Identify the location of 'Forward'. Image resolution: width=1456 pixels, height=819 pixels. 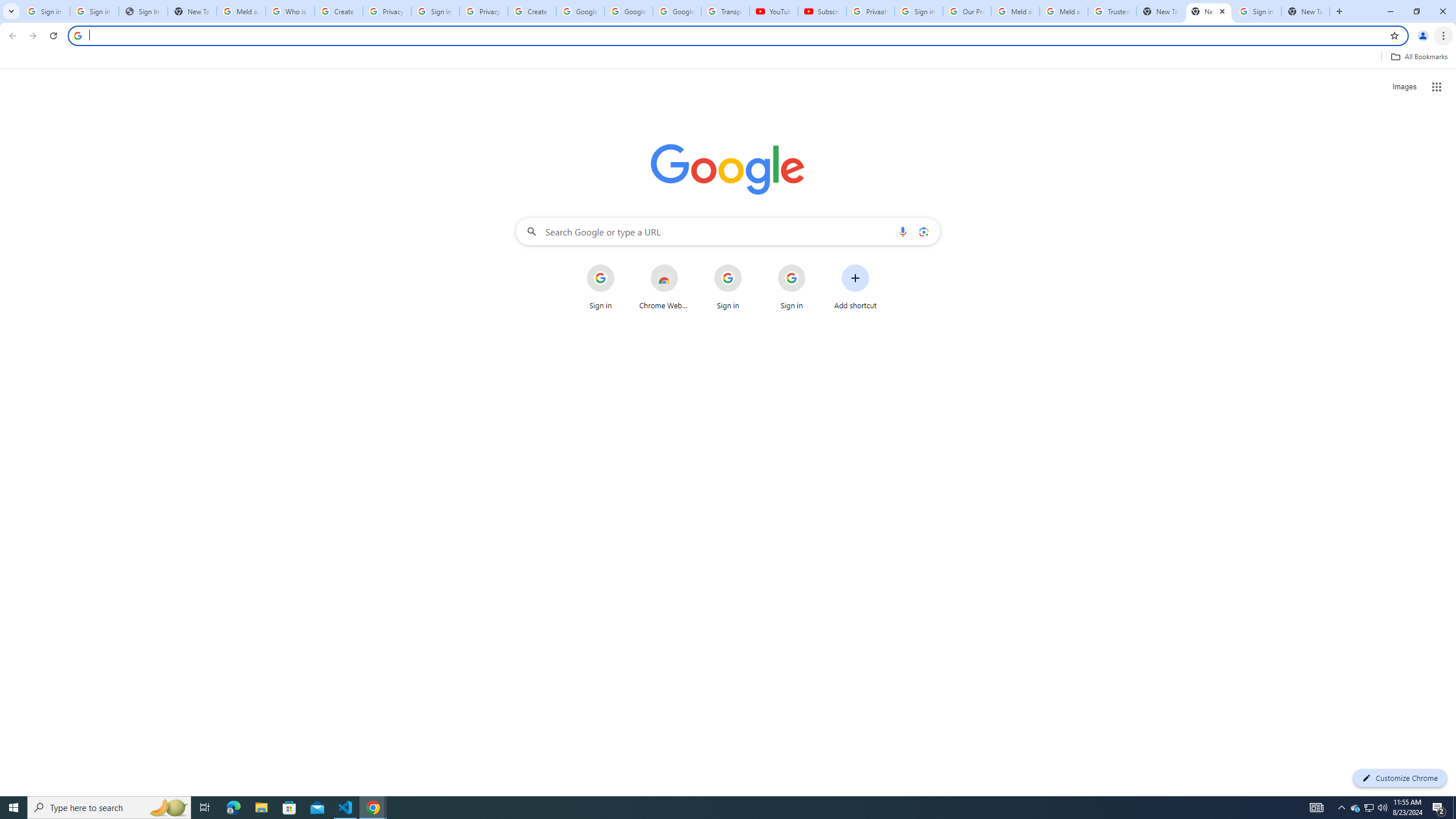
(32, 35).